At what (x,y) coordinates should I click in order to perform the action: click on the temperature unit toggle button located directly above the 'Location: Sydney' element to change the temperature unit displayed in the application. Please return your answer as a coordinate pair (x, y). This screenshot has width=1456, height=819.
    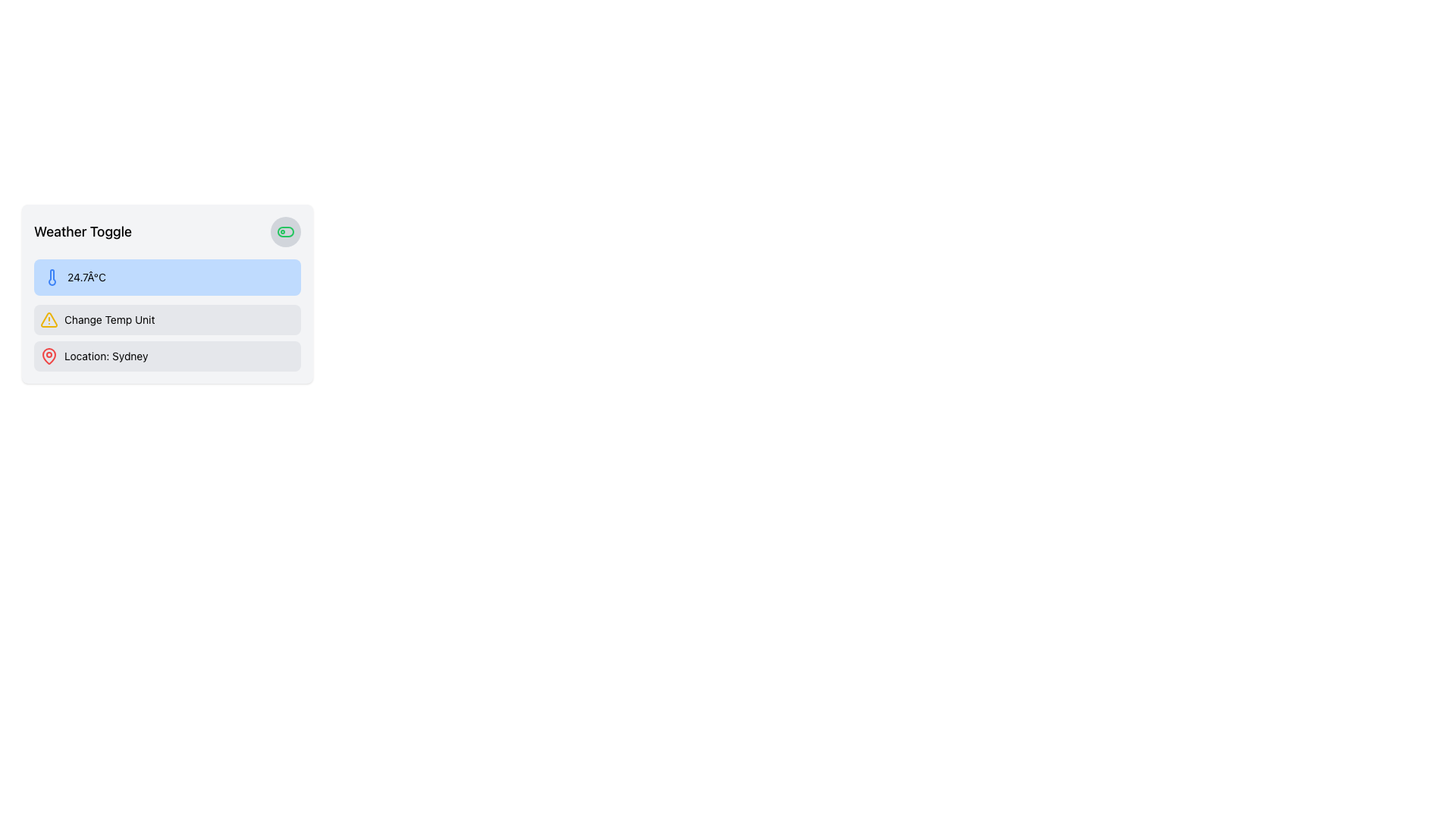
    Looking at the image, I should click on (167, 318).